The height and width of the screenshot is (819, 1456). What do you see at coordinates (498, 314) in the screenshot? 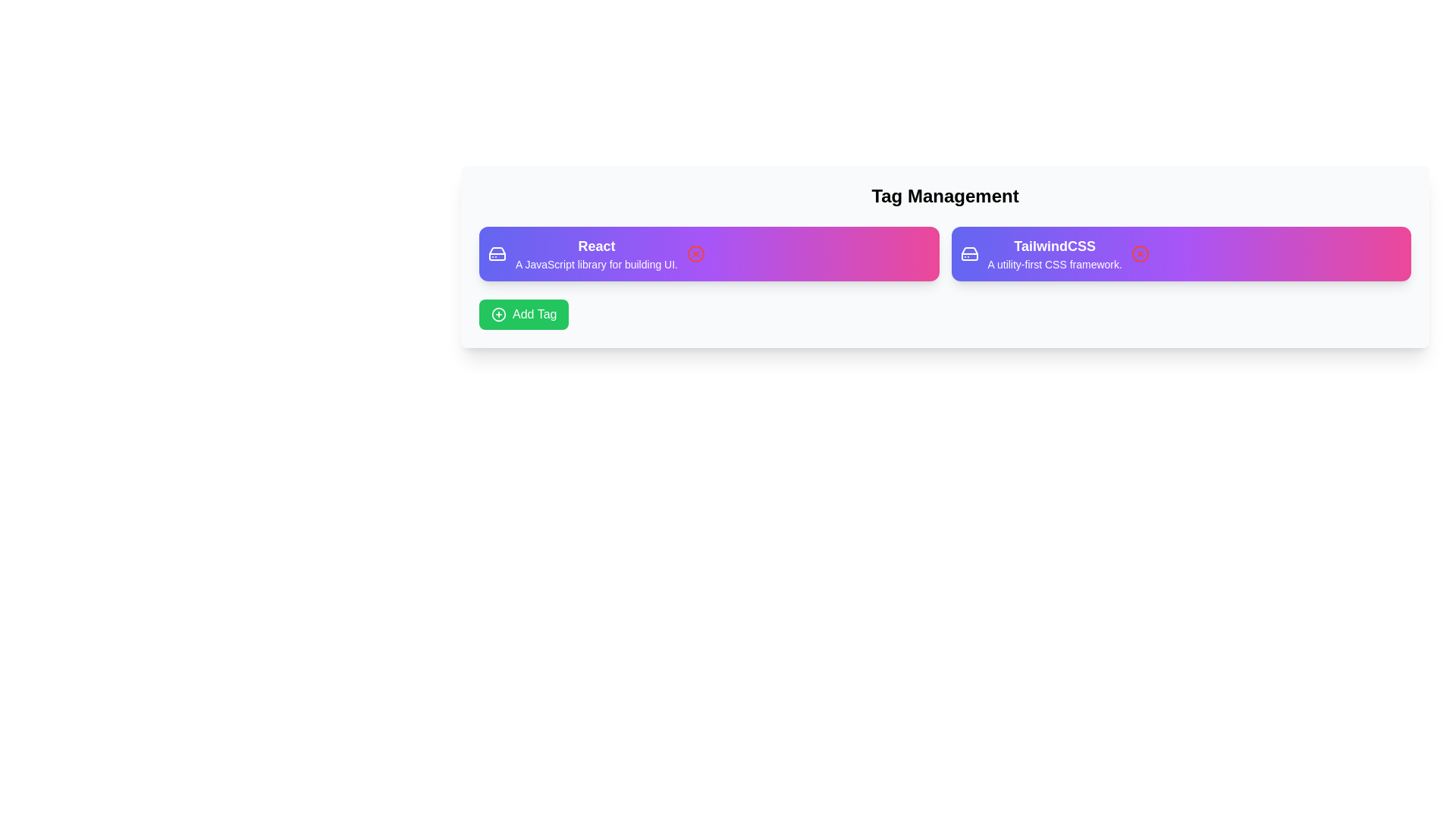
I see `the outermost circle of the 'Add Tag' button, which forms the circular boundary around the plus sign icon` at bounding box center [498, 314].